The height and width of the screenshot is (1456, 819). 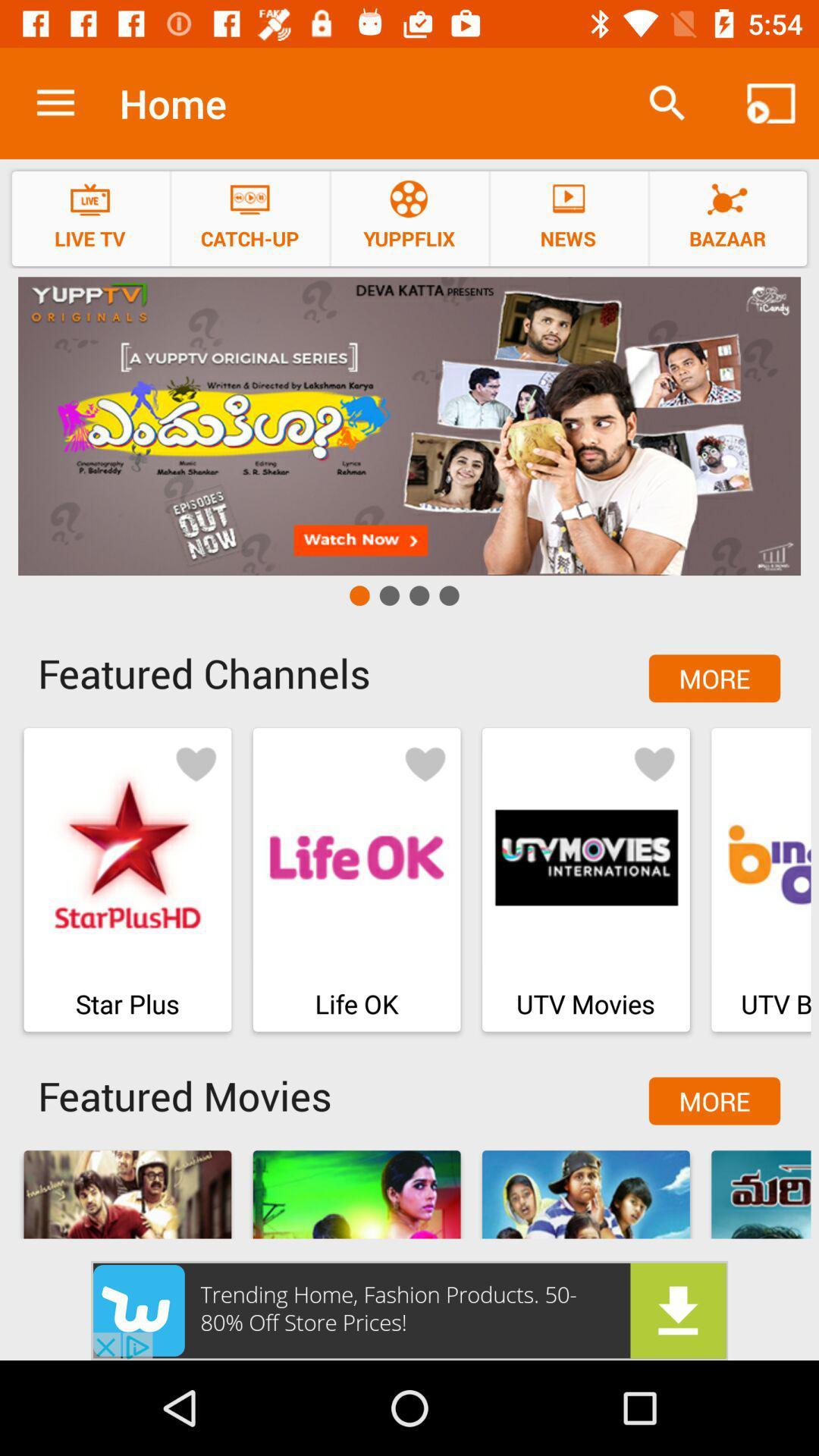 What do you see at coordinates (654, 763) in the screenshot?
I see `like the option` at bounding box center [654, 763].